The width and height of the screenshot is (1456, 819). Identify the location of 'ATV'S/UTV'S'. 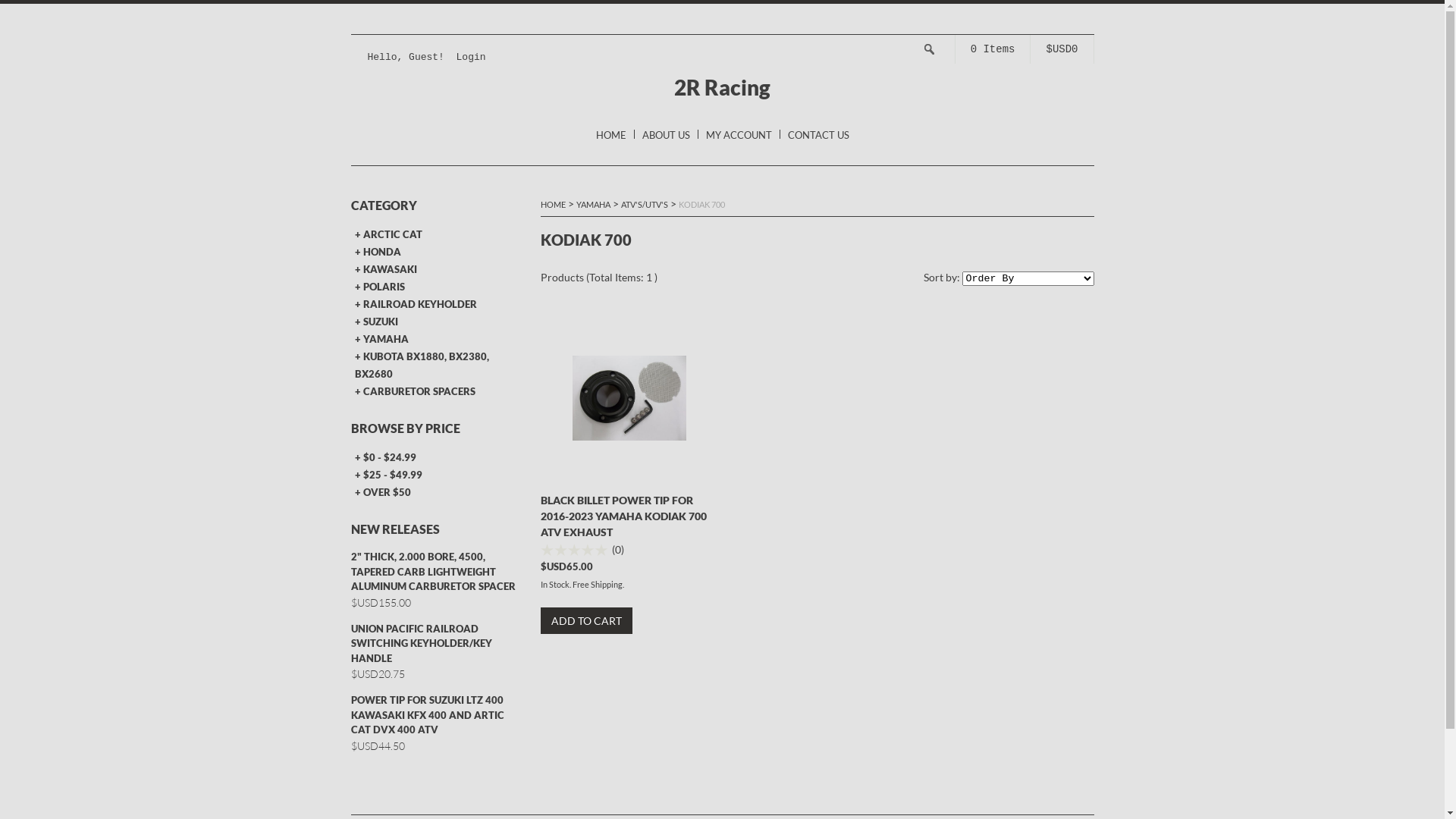
(644, 203).